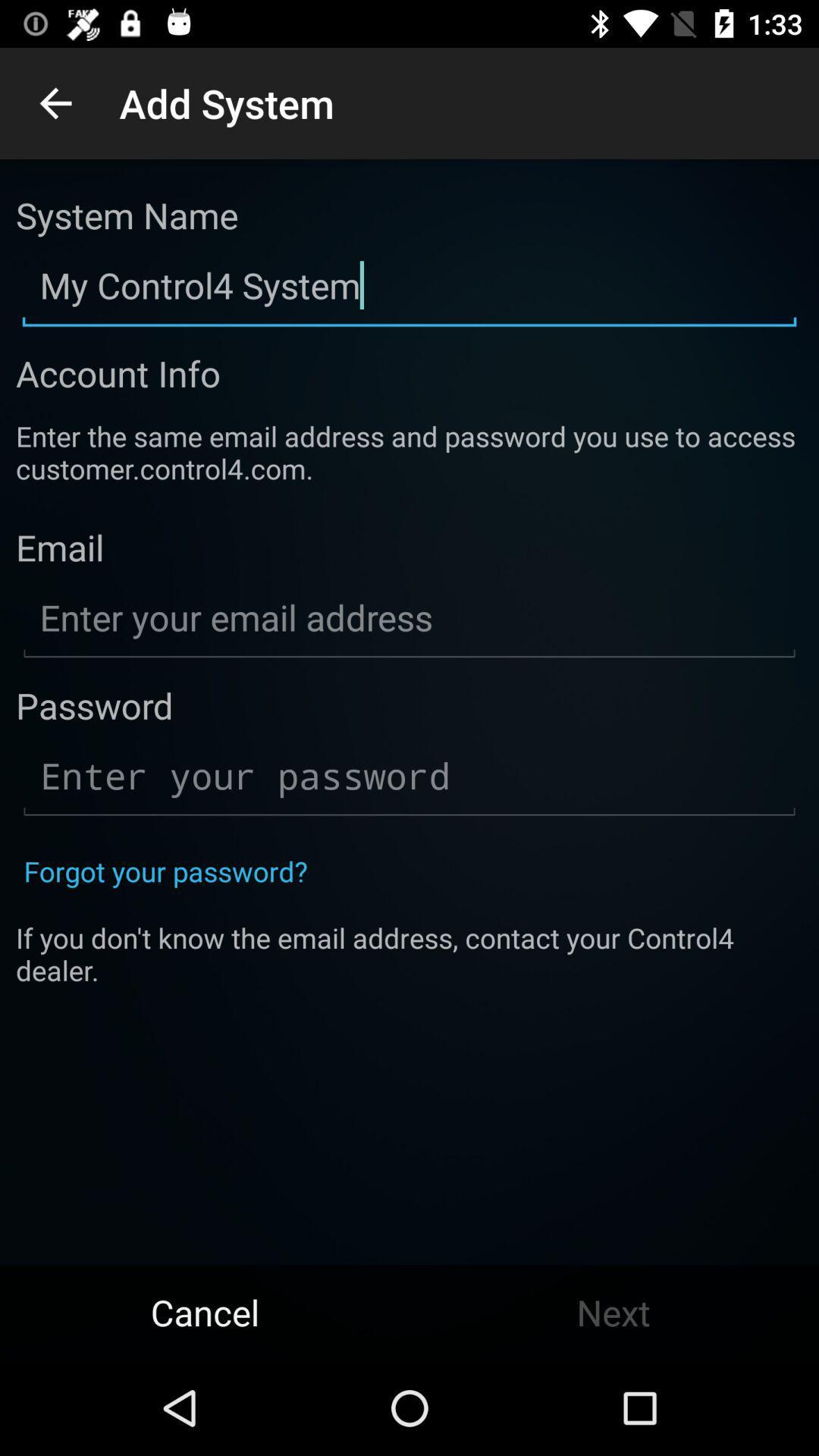 The width and height of the screenshot is (819, 1456). Describe the element at coordinates (165, 871) in the screenshot. I see `forgot your password` at that location.